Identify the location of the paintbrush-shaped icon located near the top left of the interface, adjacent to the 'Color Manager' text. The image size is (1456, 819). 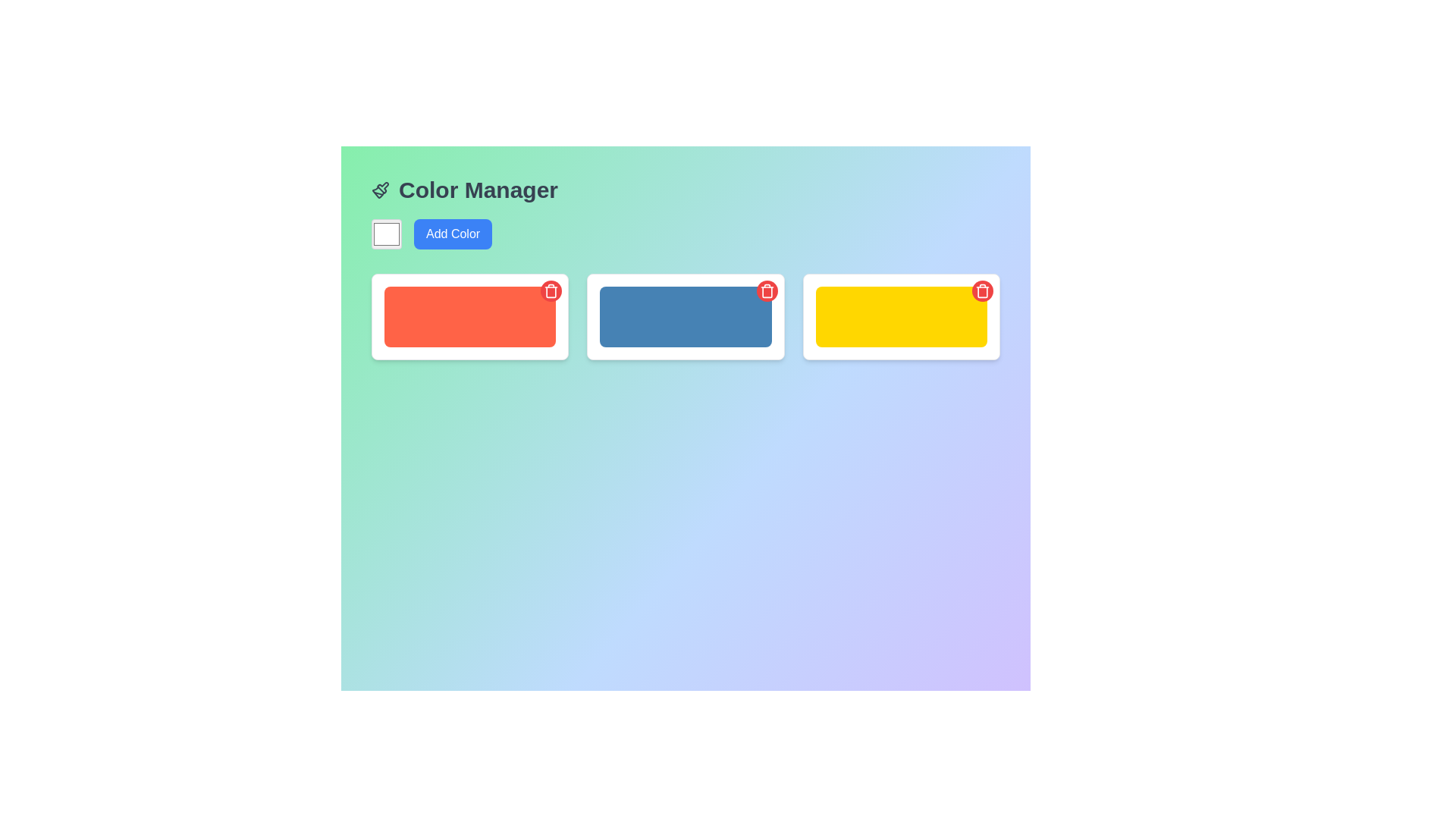
(383, 187).